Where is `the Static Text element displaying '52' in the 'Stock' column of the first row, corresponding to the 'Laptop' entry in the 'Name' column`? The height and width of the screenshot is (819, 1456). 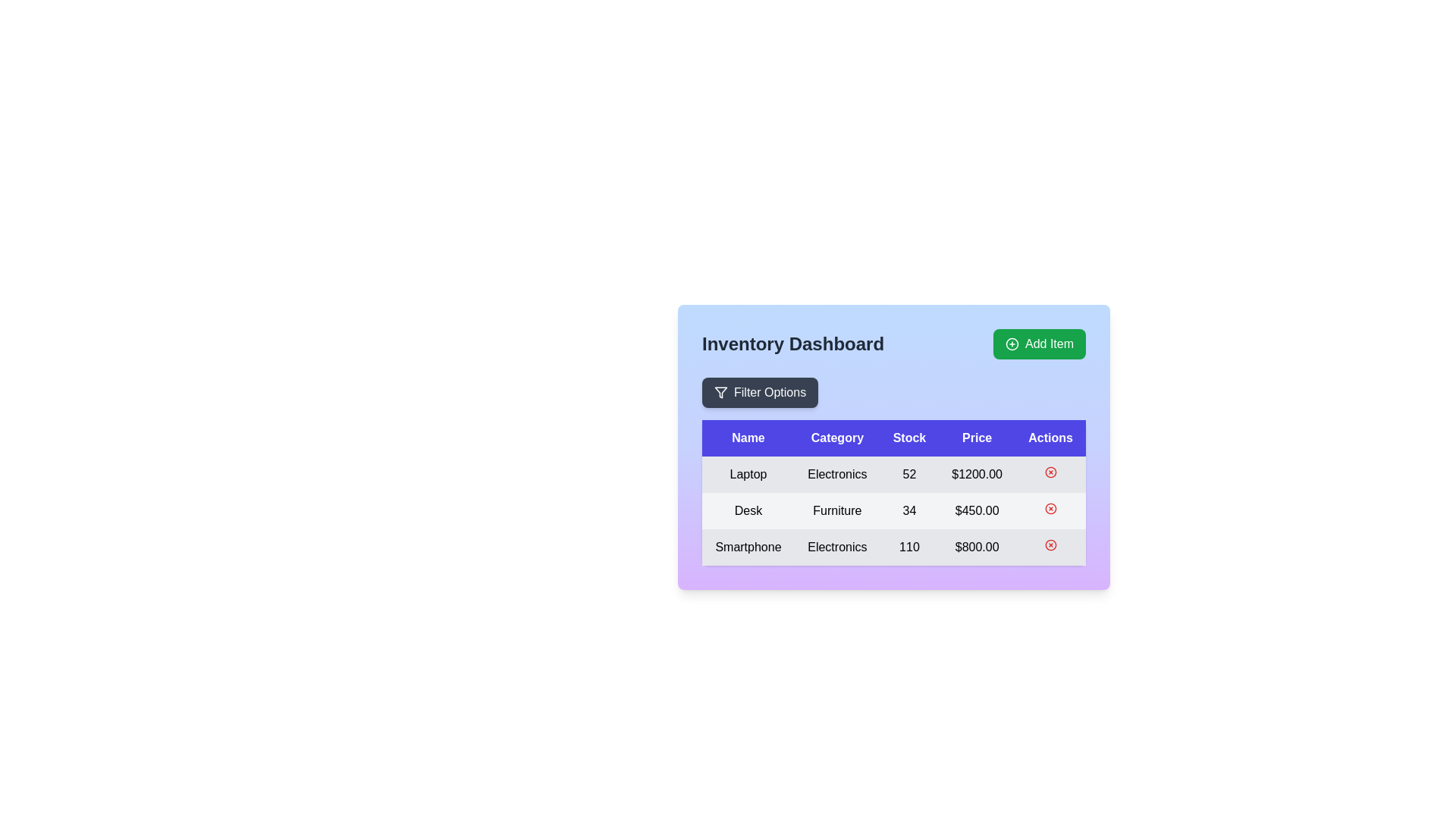 the Static Text element displaying '52' in the 'Stock' column of the first row, corresponding to the 'Laptop' entry in the 'Name' column is located at coordinates (909, 473).